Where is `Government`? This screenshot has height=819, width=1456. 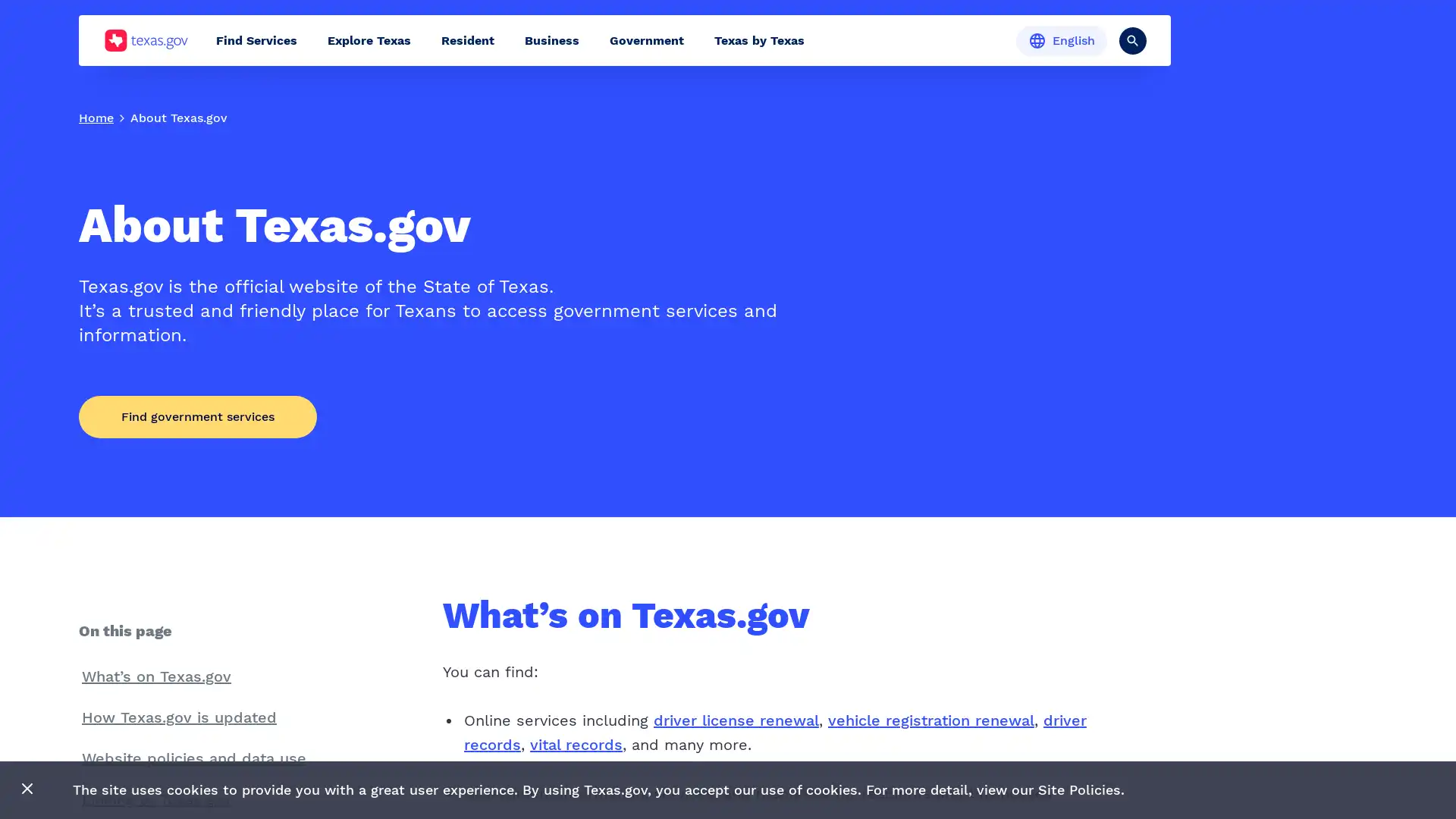
Government is located at coordinates (647, 39).